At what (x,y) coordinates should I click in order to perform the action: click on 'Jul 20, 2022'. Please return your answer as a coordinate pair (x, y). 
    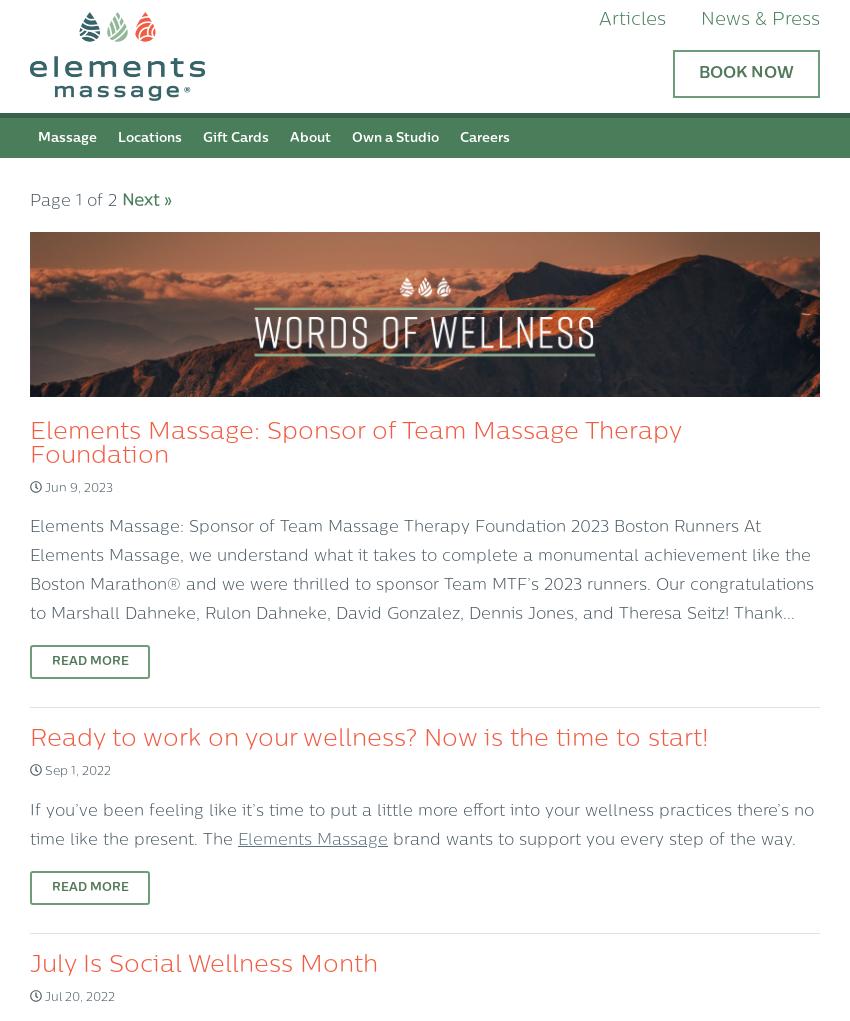
    Looking at the image, I should click on (40, 997).